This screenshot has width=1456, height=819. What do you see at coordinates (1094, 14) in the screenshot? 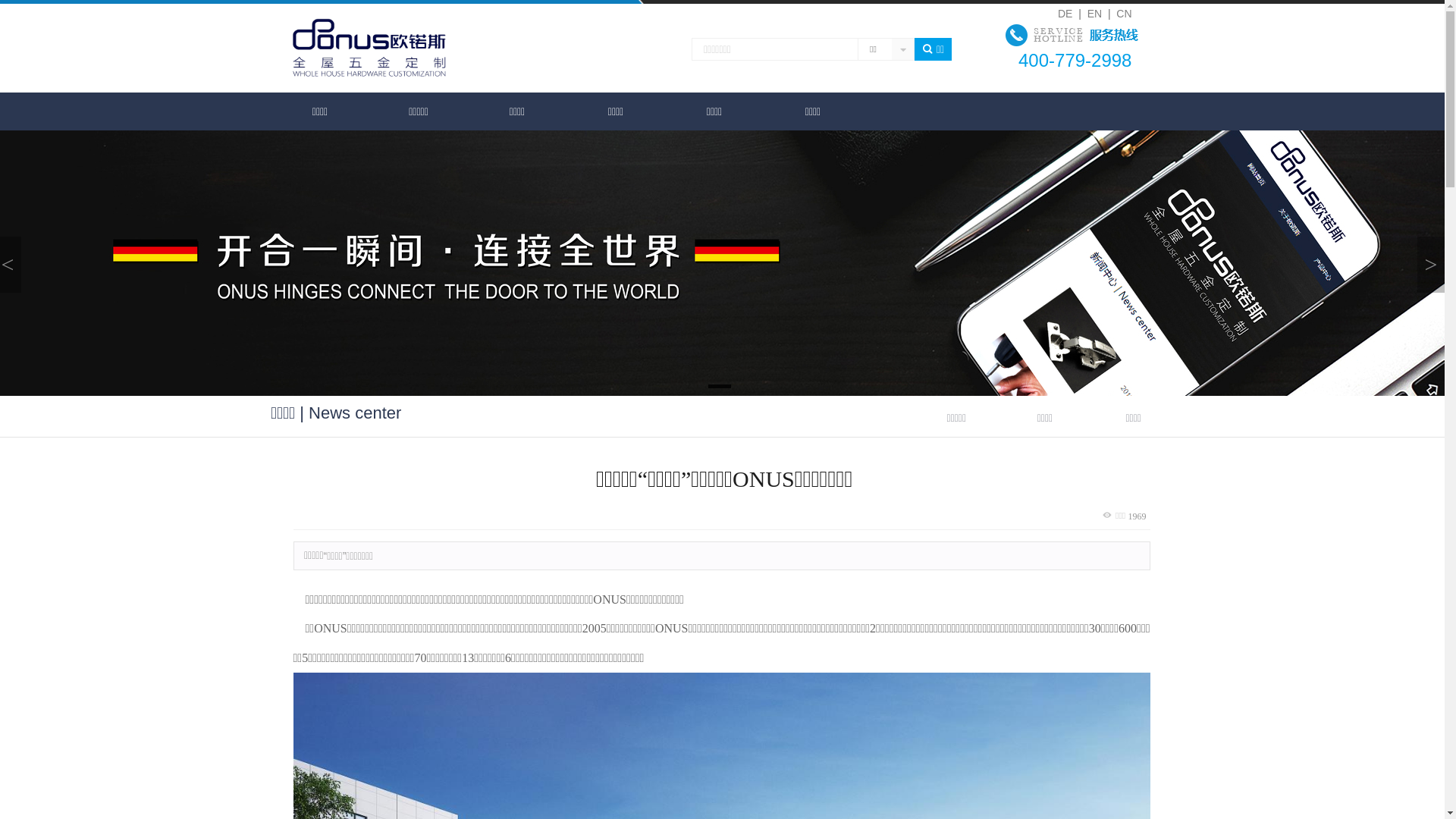
I see `'EN'` at bounding box center [1094, 14].